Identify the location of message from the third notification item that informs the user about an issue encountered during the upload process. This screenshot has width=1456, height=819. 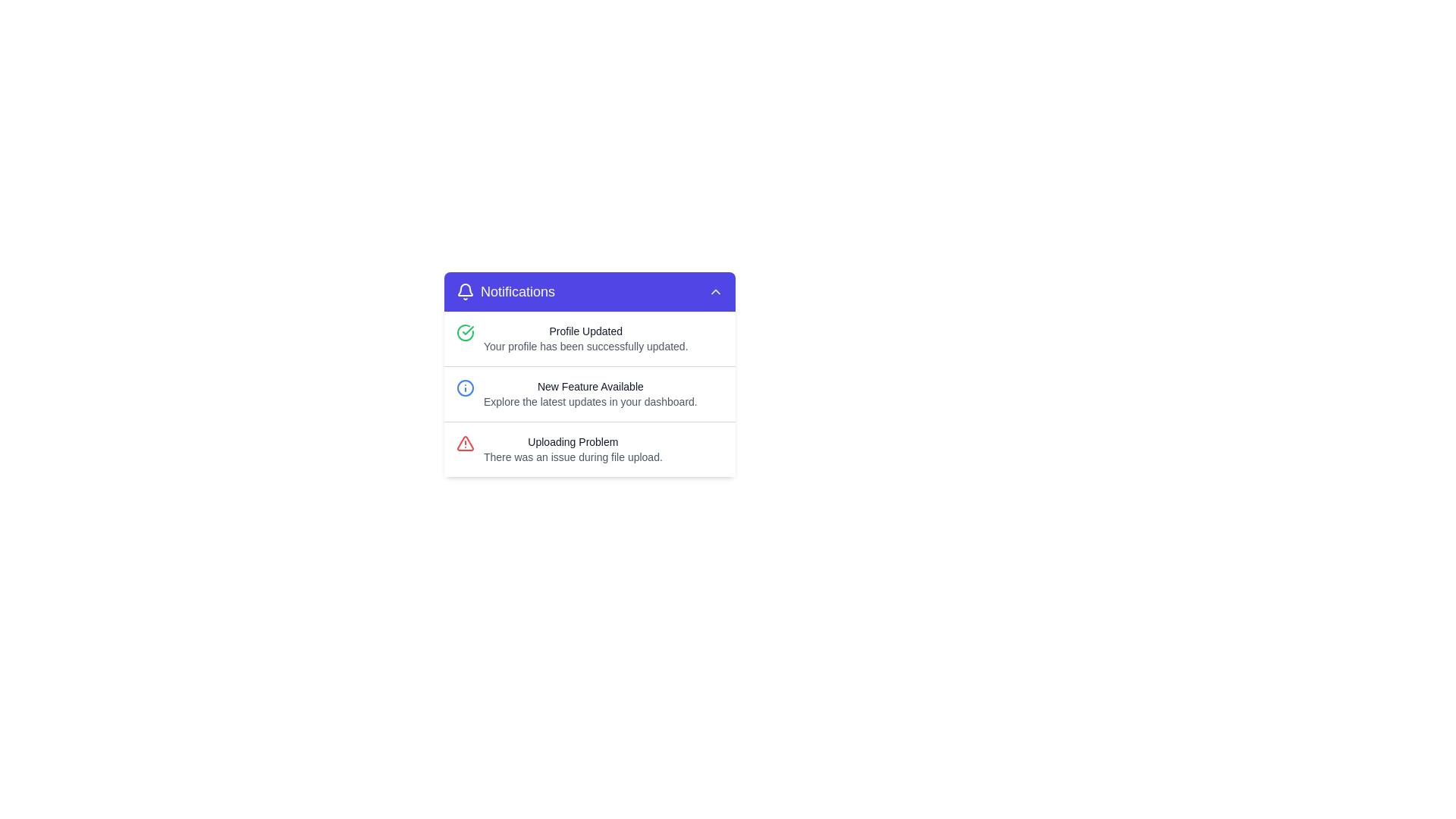
(588, 448).